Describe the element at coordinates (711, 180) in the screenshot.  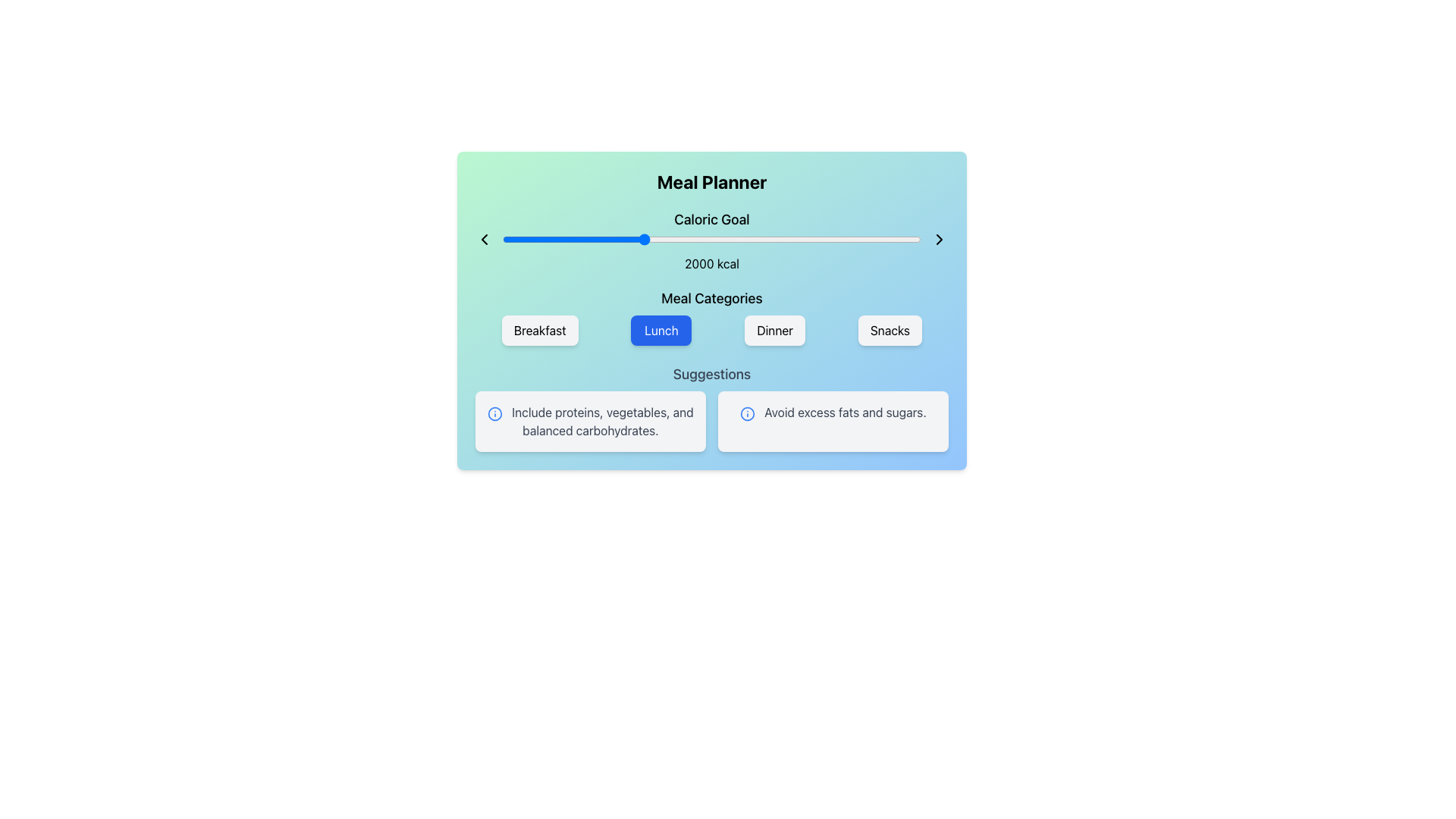
I see `the 'Meal Planner' text label, which is prominently displayed at the top of the interface in a bold and large font size, with black text on a gradient background transitioning from green to blue` at that location.